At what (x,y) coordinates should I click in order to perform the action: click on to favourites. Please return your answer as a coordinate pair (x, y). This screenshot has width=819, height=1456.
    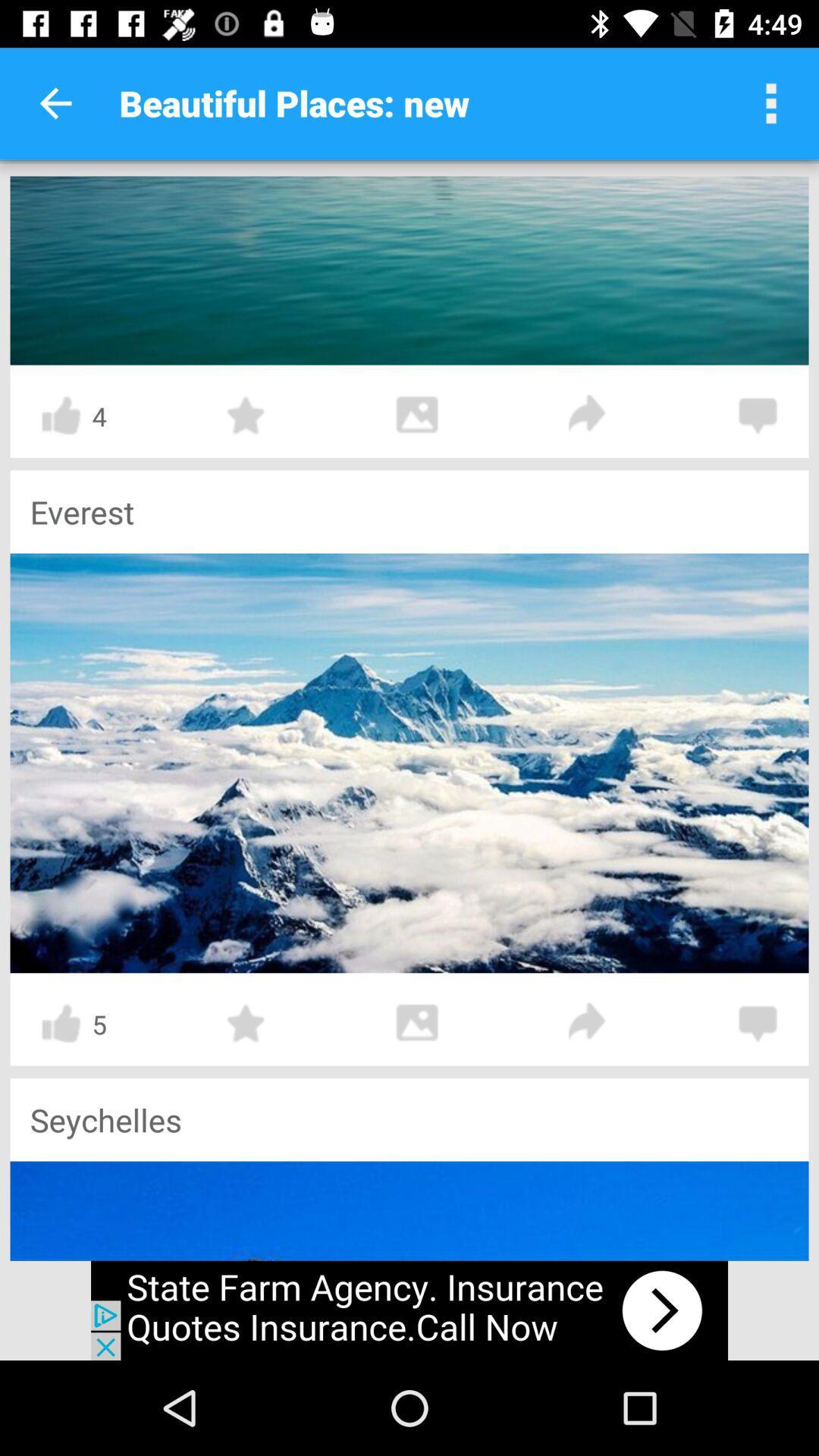
    Looking at the image, I should click on (246, 416).